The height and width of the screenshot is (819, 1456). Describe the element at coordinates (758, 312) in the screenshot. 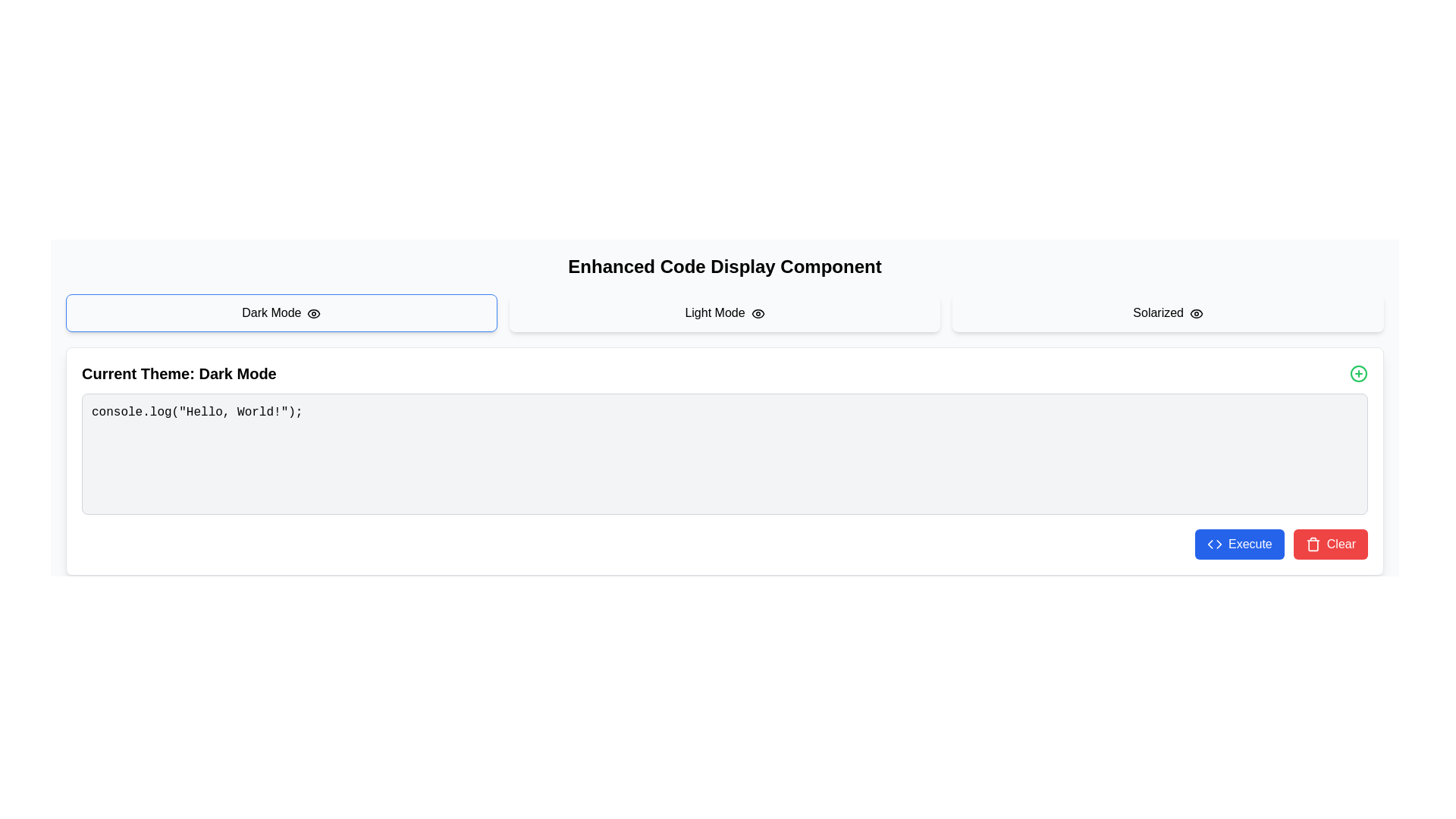

I see `the eye-shaped icon located inline beside the 'Light Mode' text, which is styled in a minimalist design and has a monochromatic color scheme` at that location.